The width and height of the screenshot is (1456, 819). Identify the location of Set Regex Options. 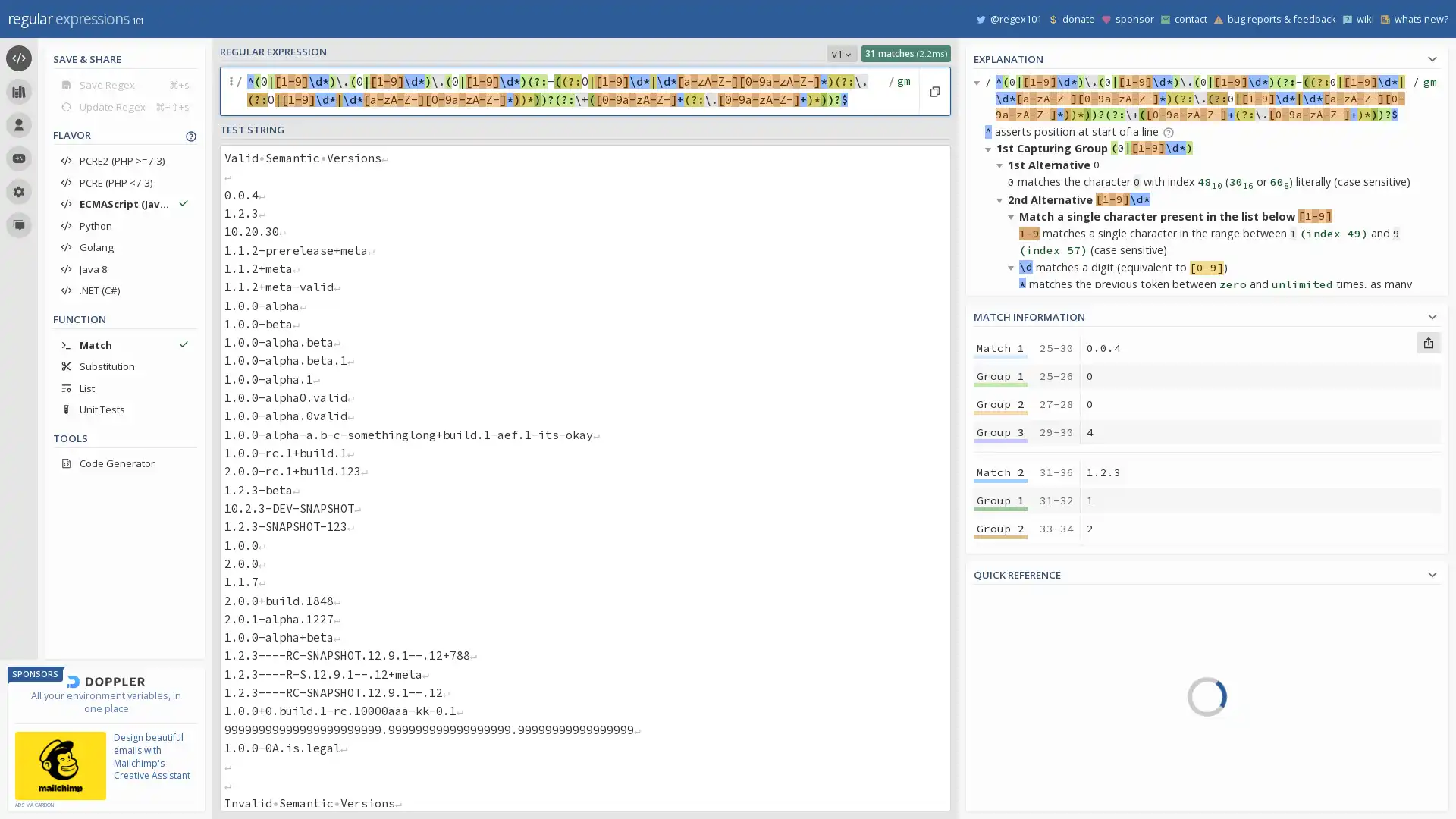
(902, 91).